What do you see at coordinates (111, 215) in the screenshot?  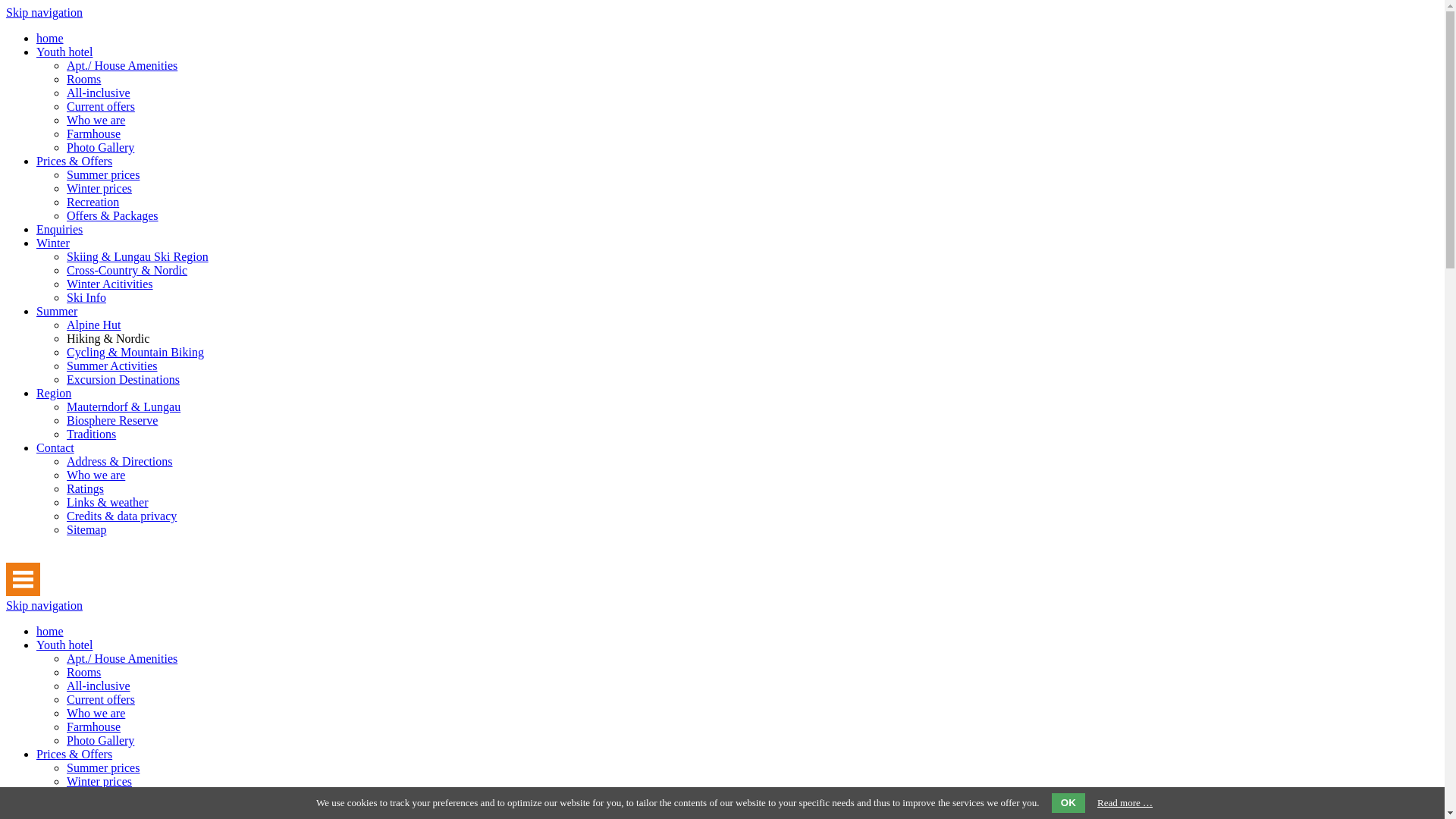 I see `'Offers & Packages'` at bounding box center [111, 215].